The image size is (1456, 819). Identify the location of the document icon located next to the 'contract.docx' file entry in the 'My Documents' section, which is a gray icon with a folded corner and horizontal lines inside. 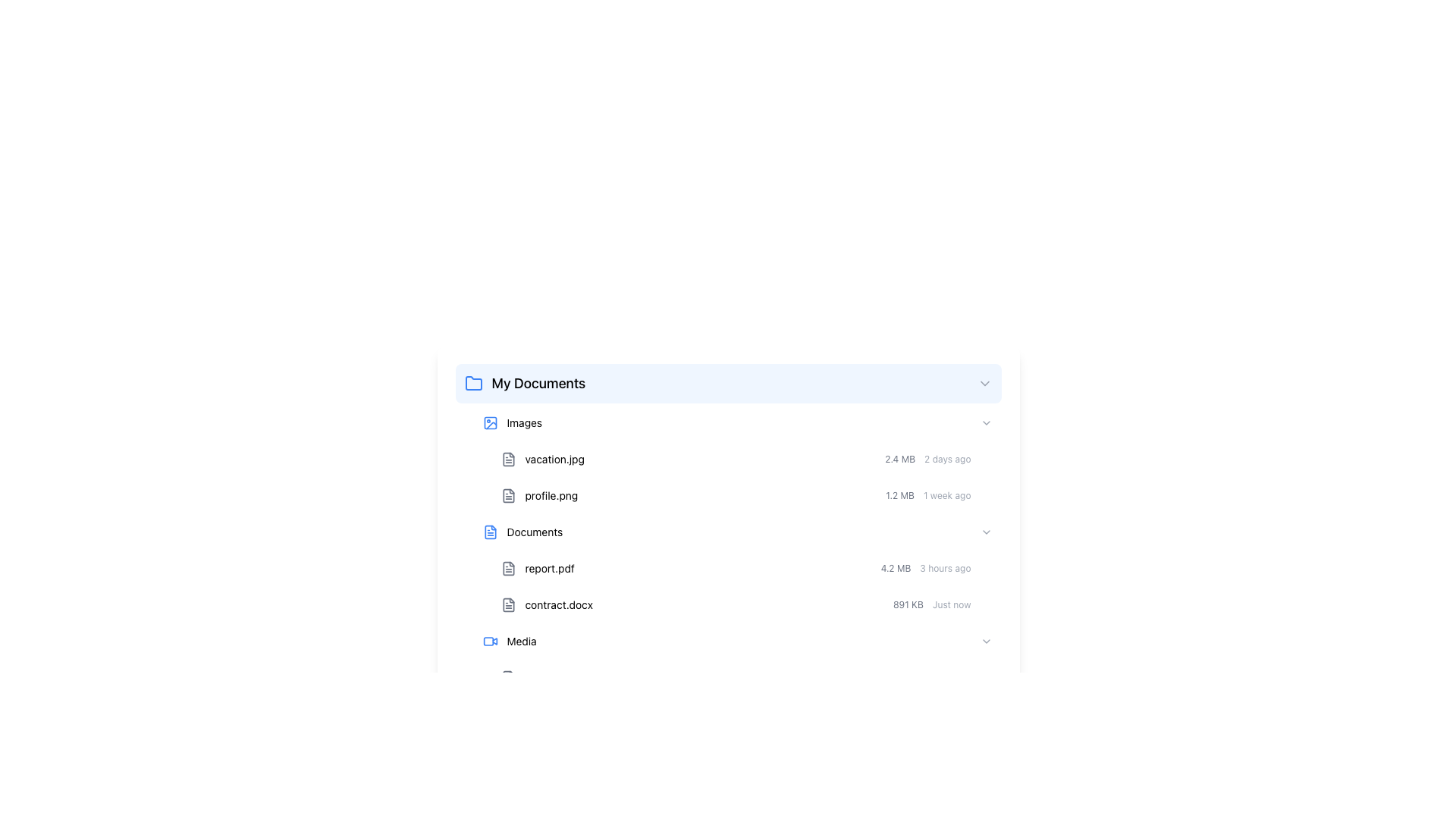
(508, 604).